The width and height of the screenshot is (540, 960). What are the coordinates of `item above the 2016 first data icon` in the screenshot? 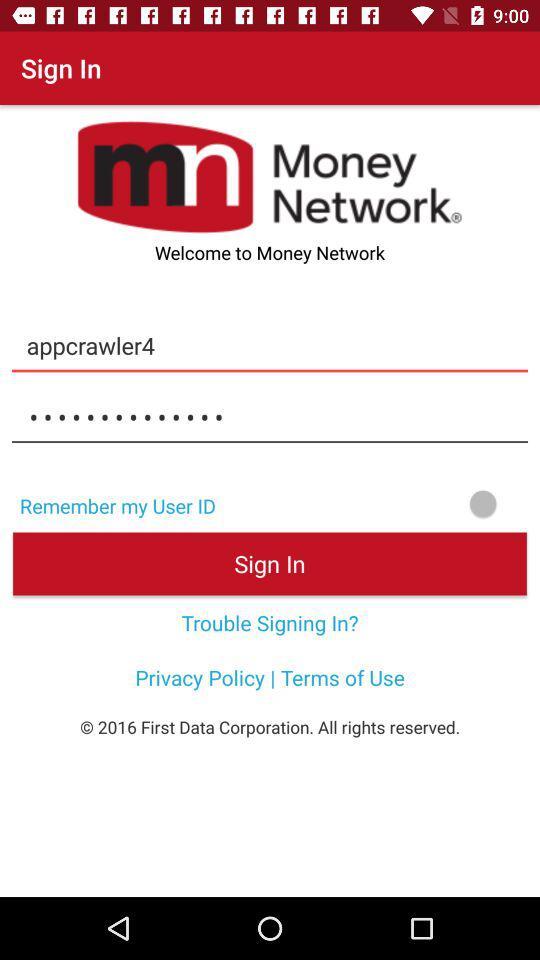 It's located at (270, 677).